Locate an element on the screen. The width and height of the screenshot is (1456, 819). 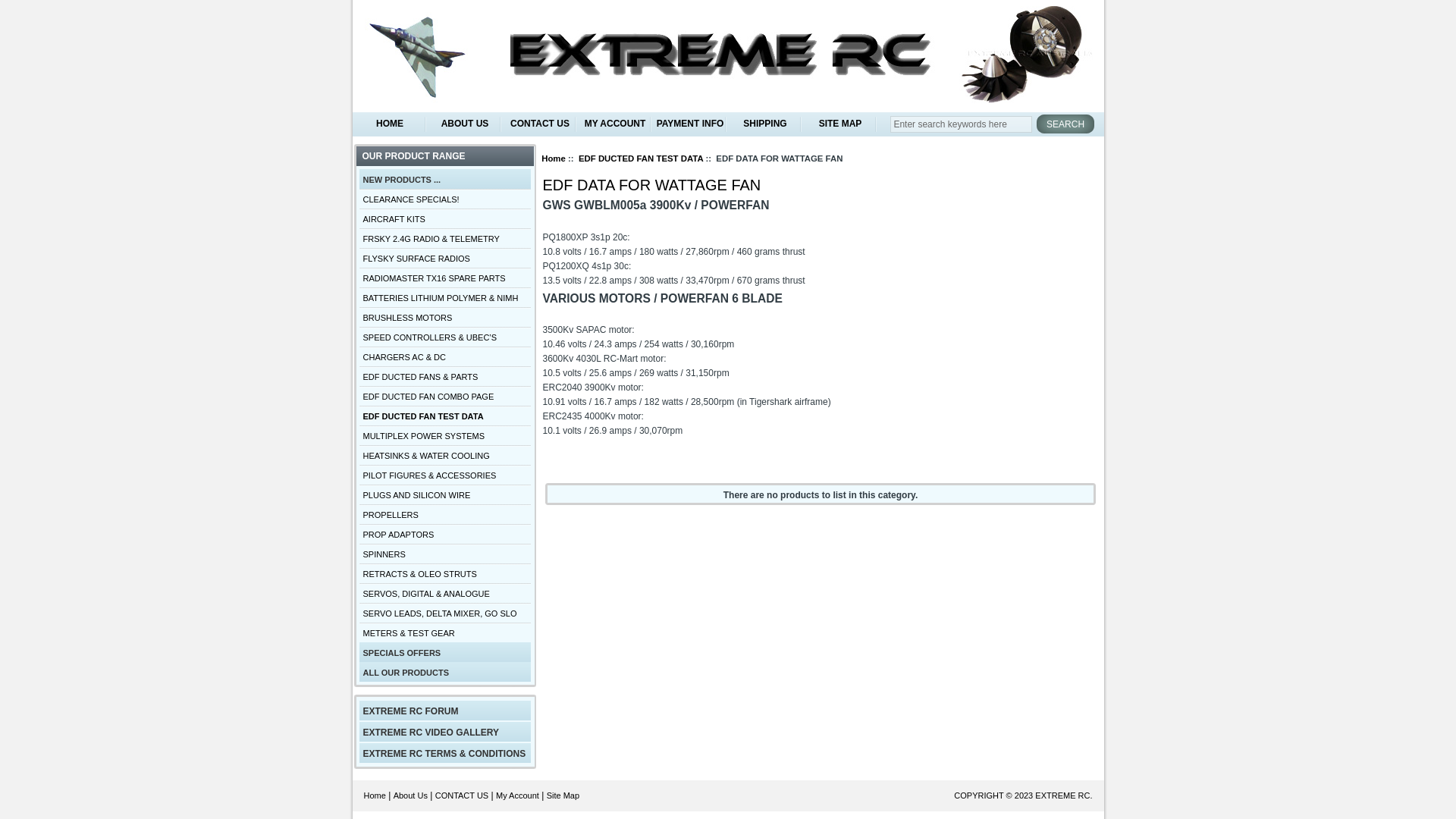
'EDF DUCTED FAN COMBO PAGE' is located at coordinates (444, 394).